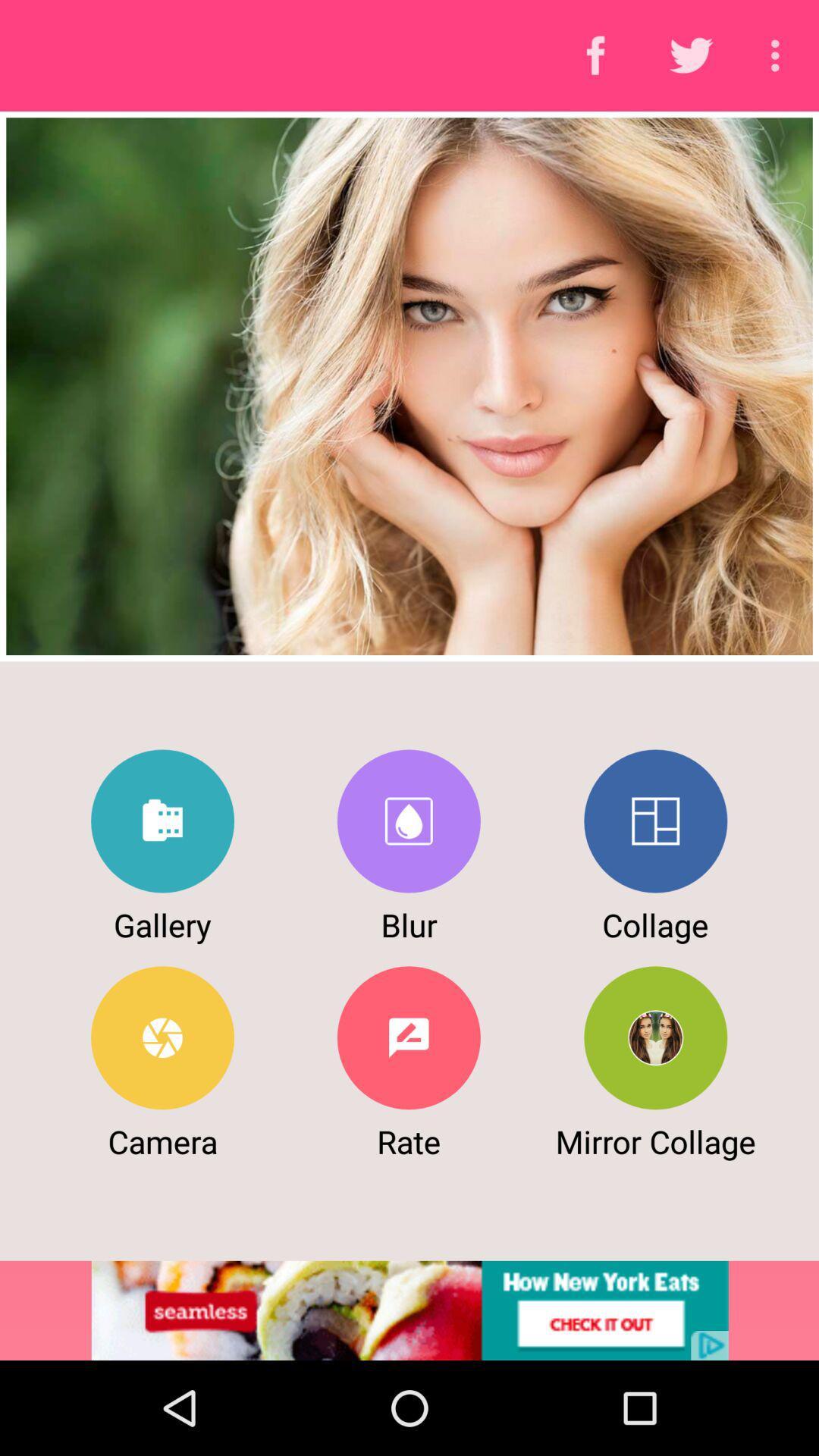 Image resolution: width=819 pixels, height=1456 pixels. What do you see at coordinates (408, 821) in the screenshot?
I see `apply blur to photo` at bounding box center [408, 821].